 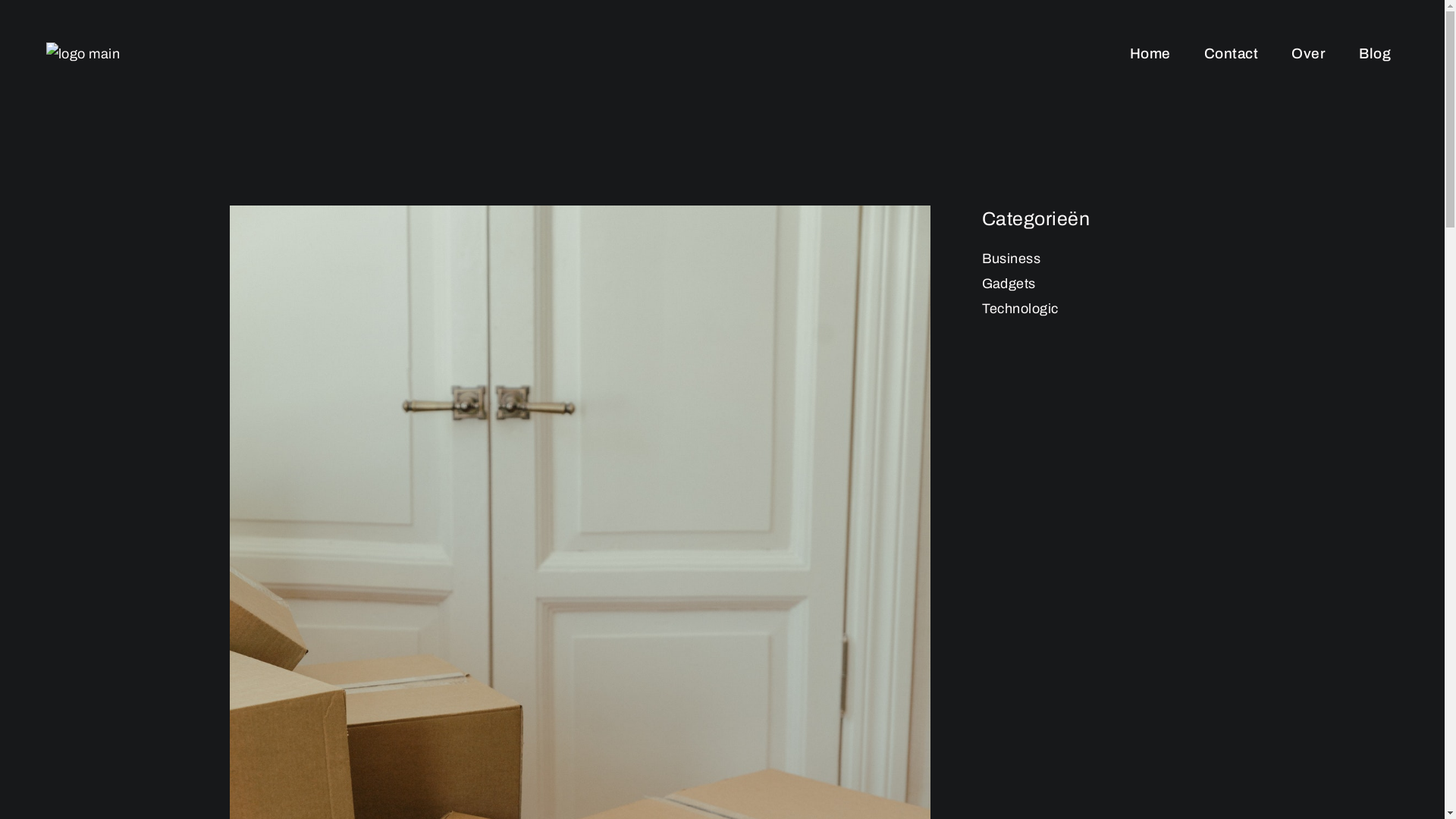 What do you see at coordinates (1008, 284) in the screenshot?
I see `'Gadgets'` at bounding box center [1008, 284].